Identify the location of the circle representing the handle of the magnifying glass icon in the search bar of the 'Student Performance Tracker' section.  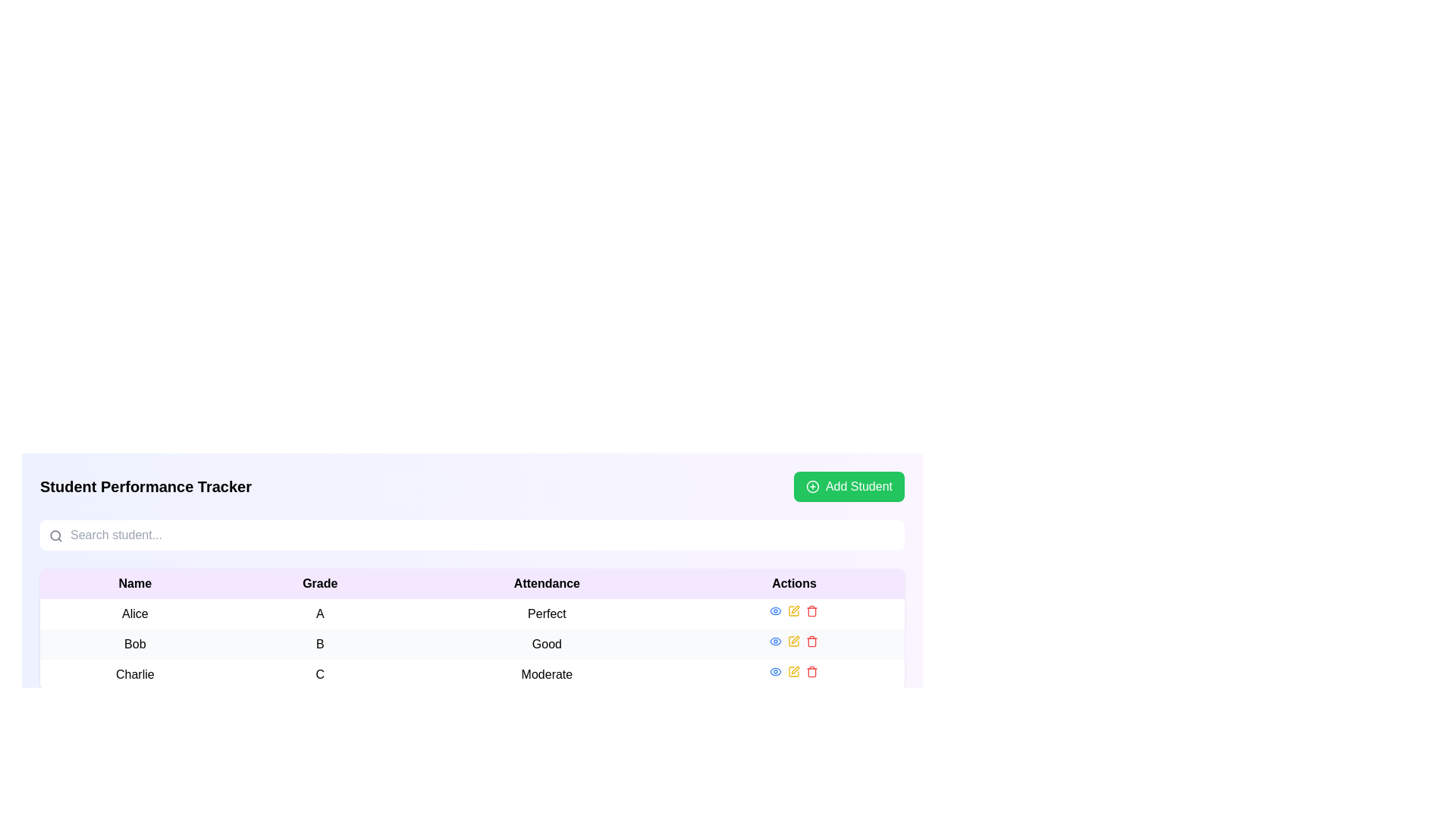
(55, 535).